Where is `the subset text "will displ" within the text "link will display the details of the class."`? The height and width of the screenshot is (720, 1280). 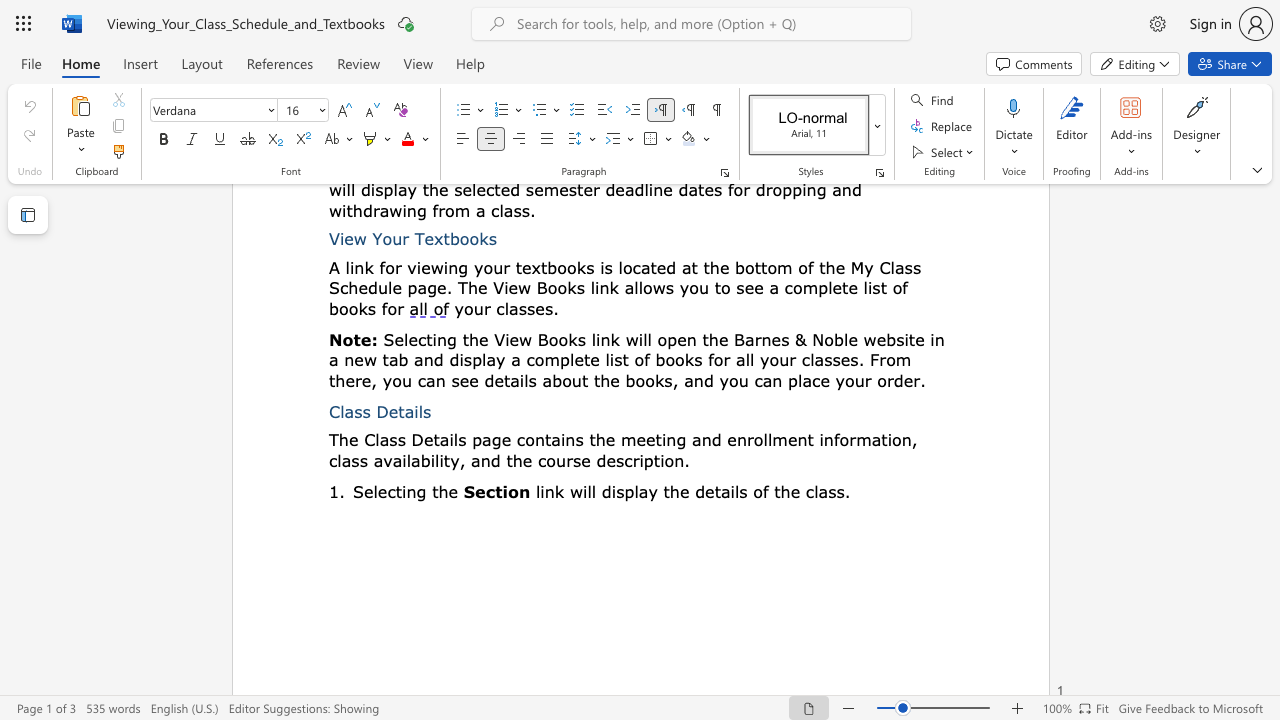 the subset text "will displ" within the text "link will display the details of the class." is located at coordinates (568, 491).